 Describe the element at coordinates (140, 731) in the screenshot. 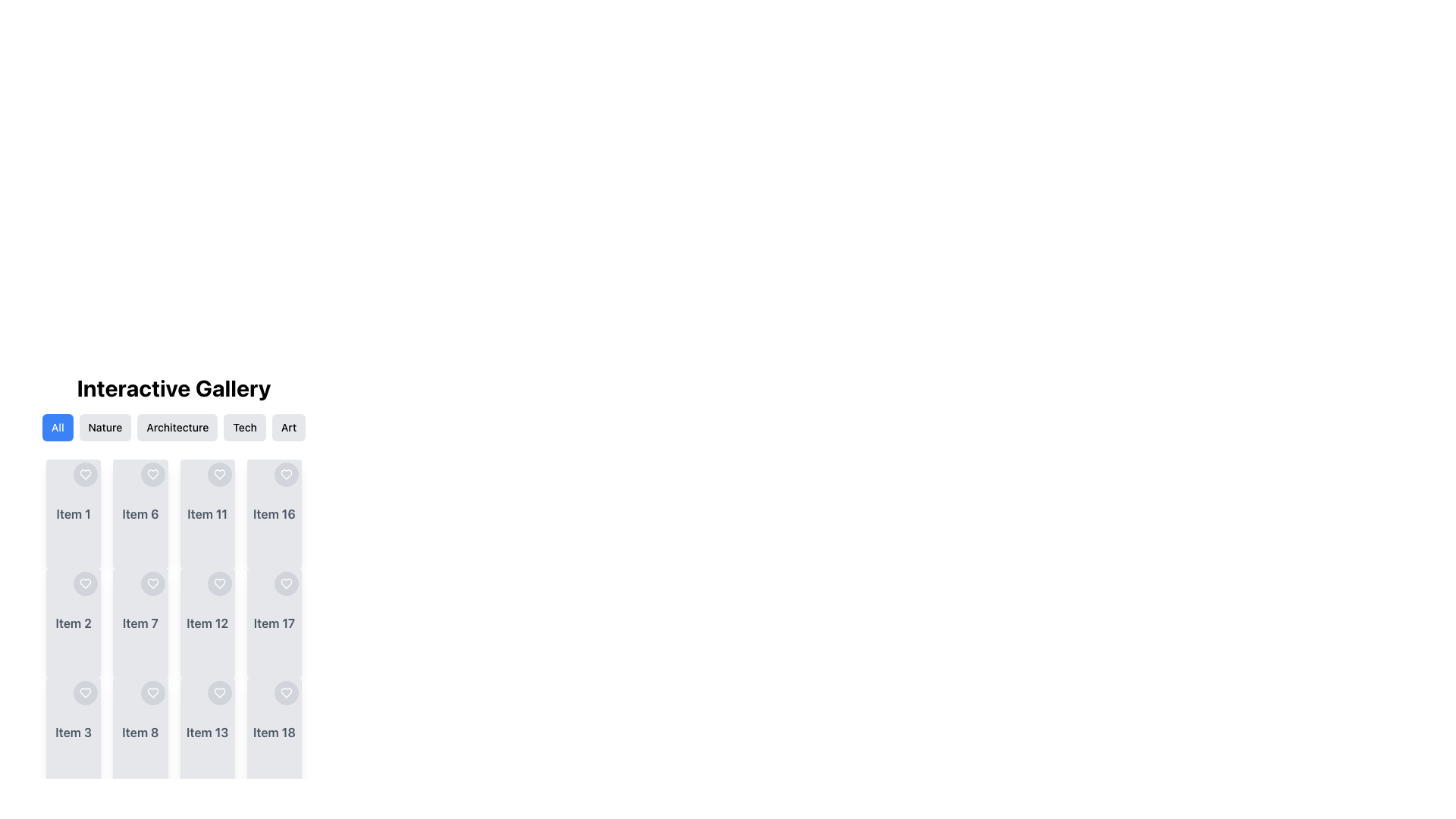

I see `the button located at the bottom center of the card for 'Item 8' in the second column and third row of the grid` at that location.